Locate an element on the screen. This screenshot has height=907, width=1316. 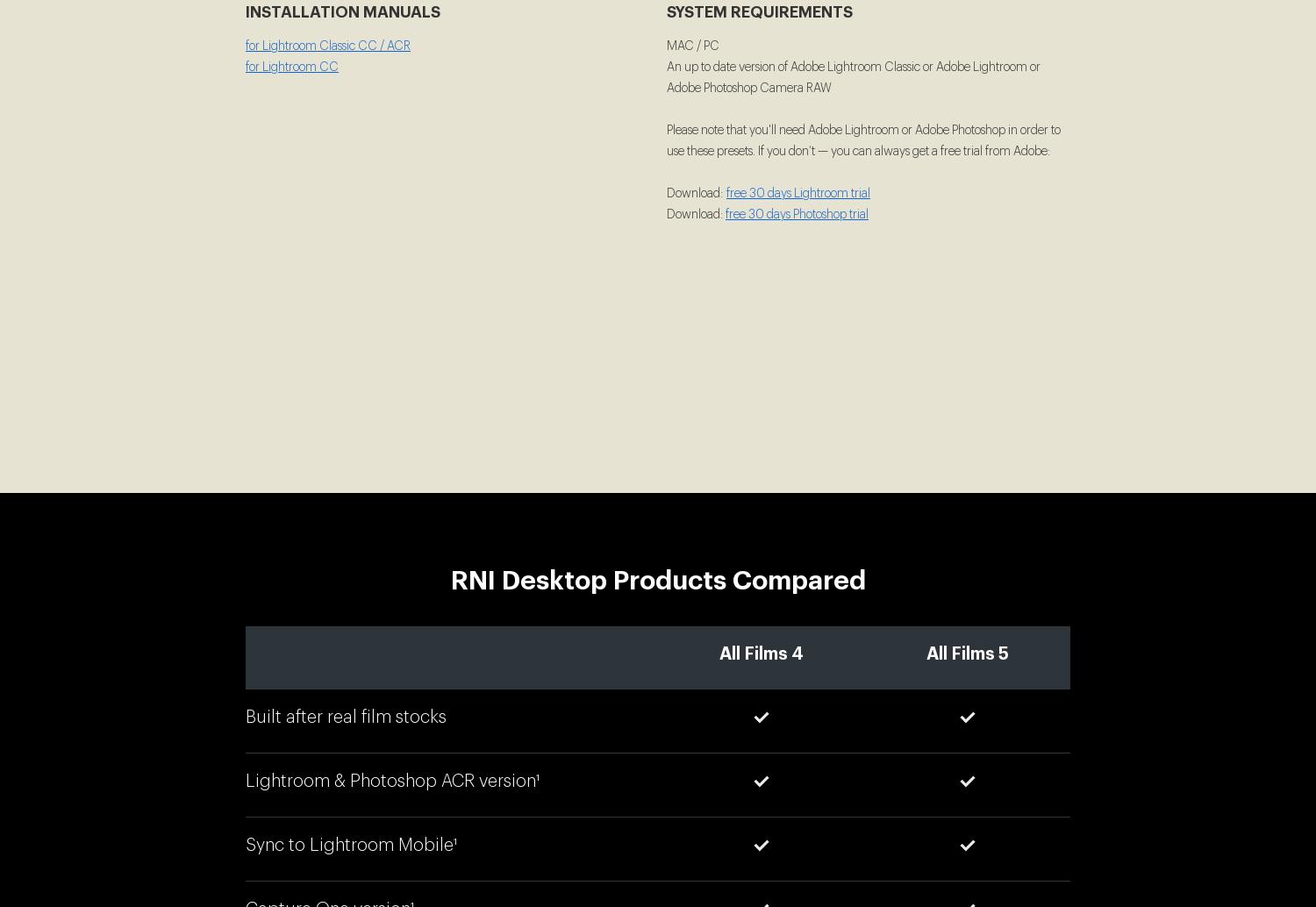
'for Lightroom Classic CC / ACR' is located at coordinates (246, 46).